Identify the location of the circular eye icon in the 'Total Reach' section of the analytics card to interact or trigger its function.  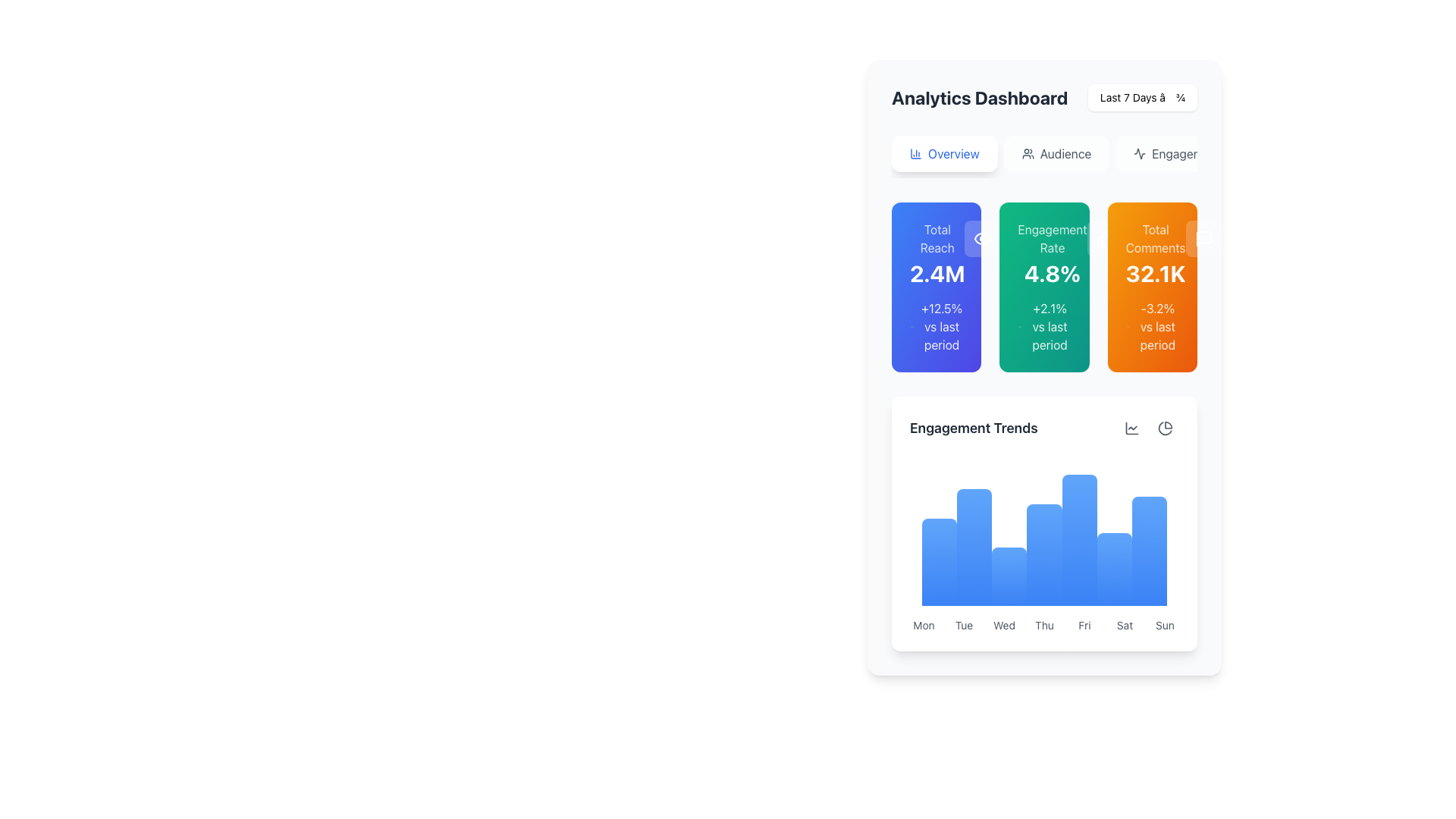
(983, 239).